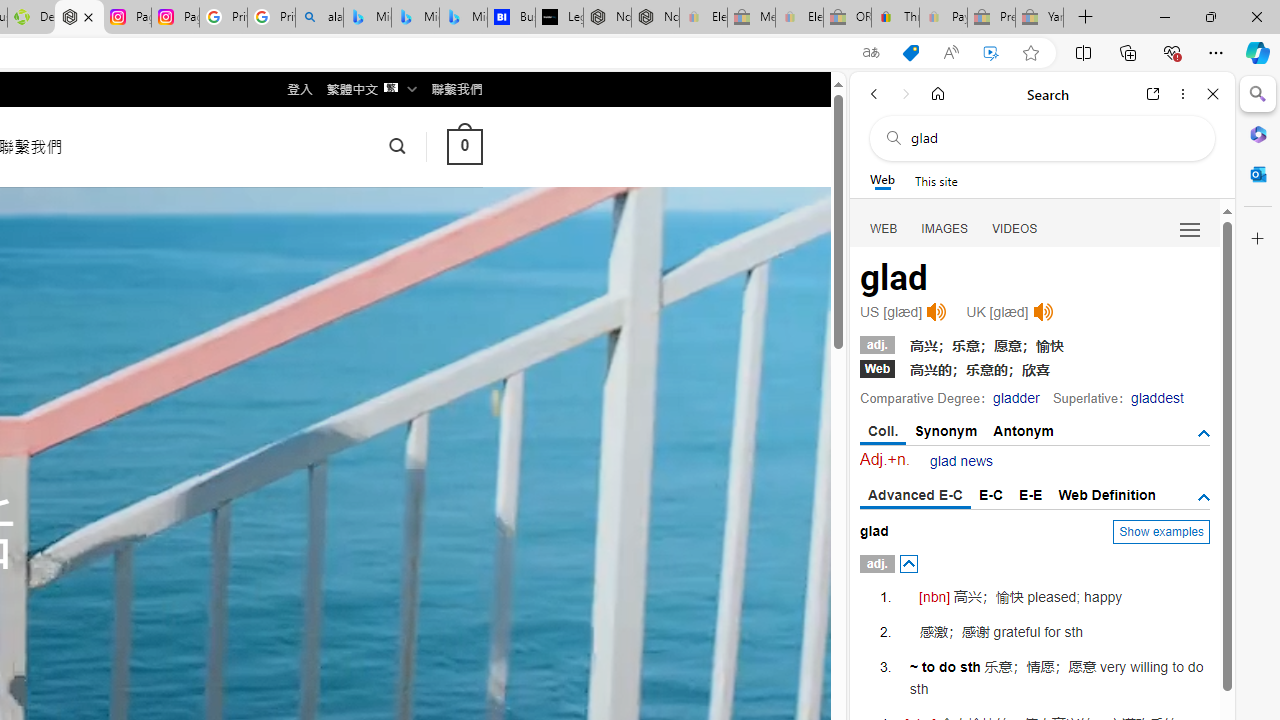 This screenshot has width=1280, height=720. Describe the element at coordinates (1128, 51) in the screenshot. I see `'Collections'` at that location.